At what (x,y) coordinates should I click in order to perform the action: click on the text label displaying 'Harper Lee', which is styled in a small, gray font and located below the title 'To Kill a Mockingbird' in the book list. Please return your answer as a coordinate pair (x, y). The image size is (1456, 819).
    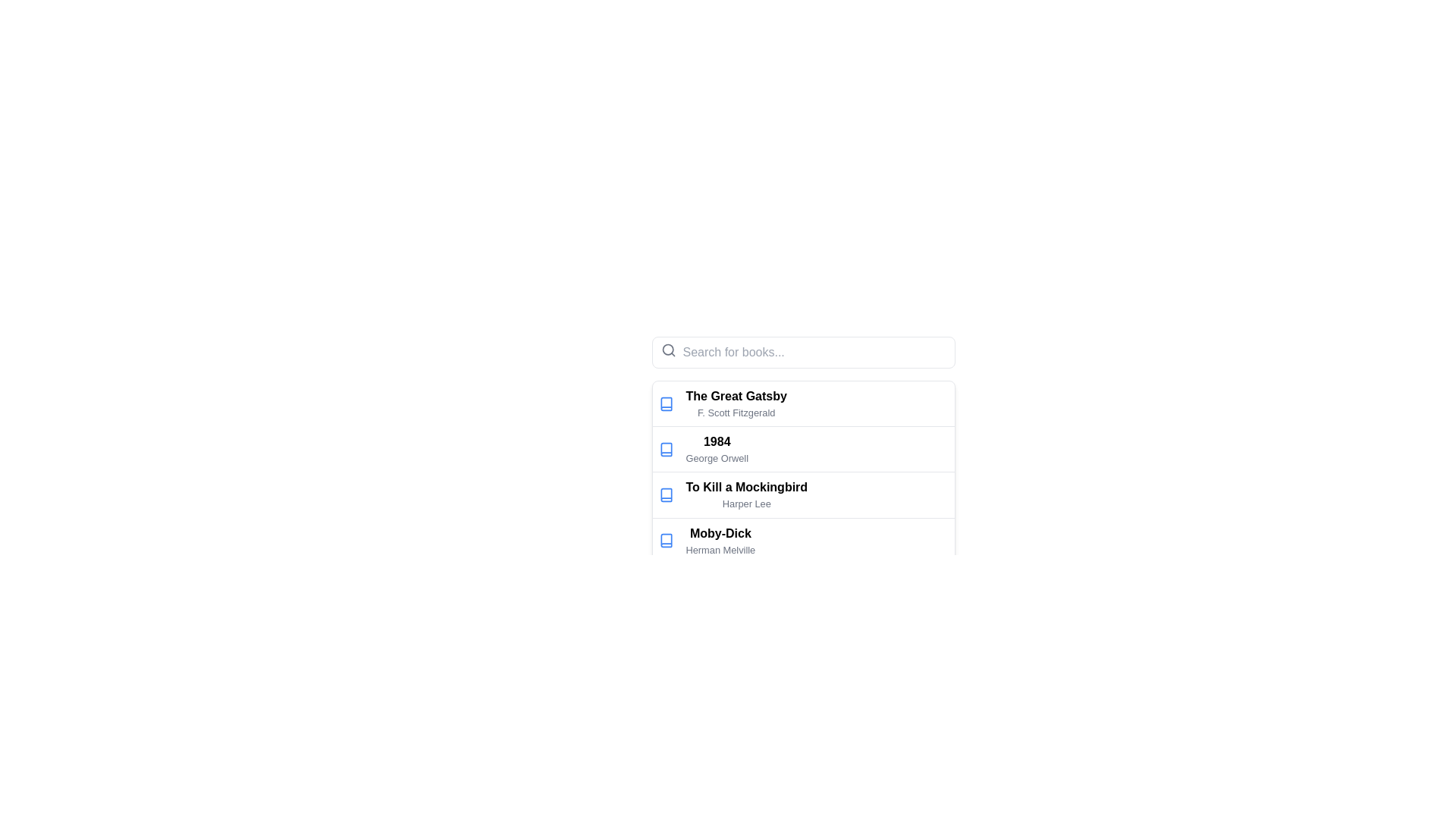
    Looking at the image, I should click on (746, 504).